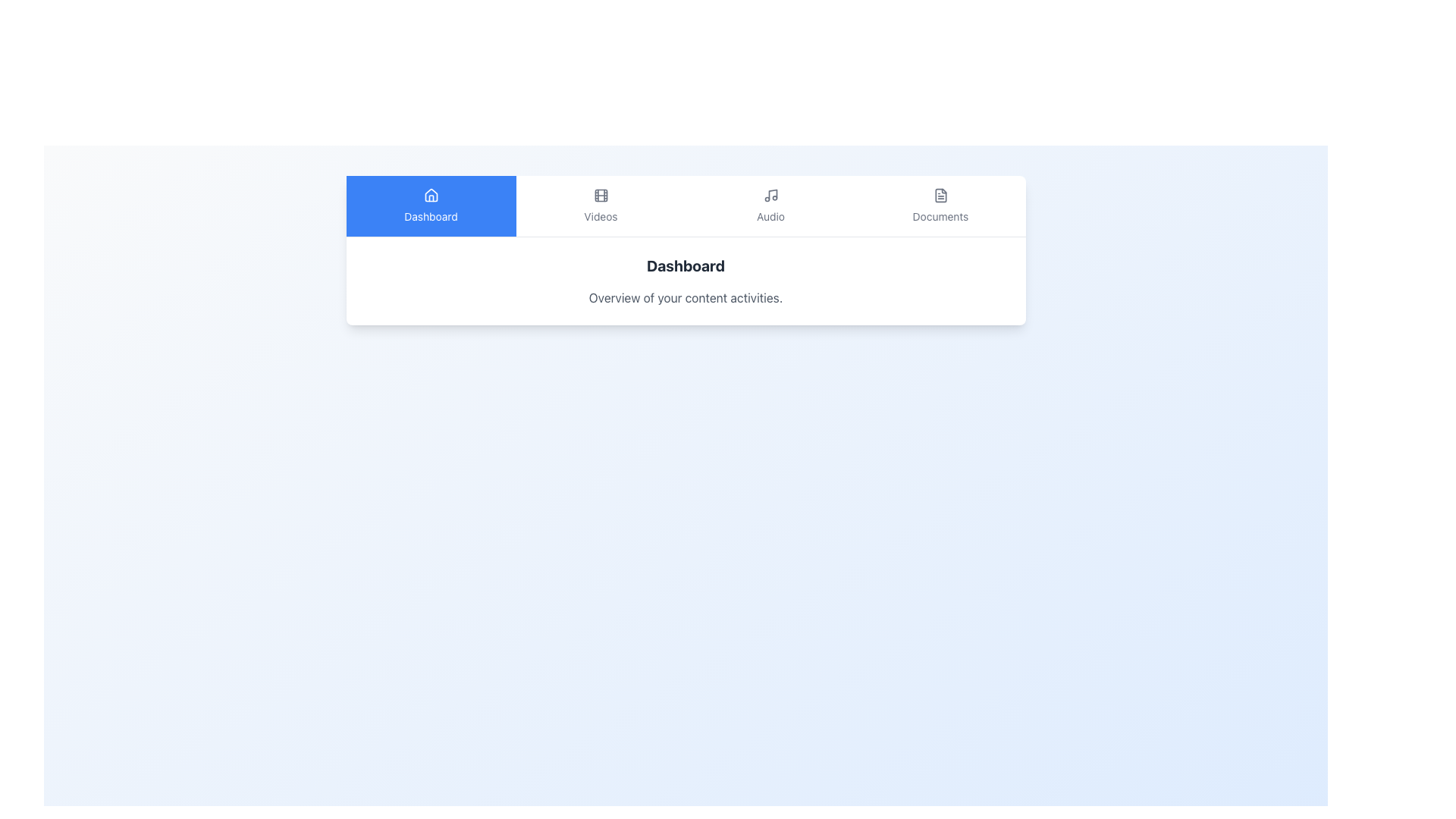  What do you see at coordinates (430, 194) in the screenshot?
I see `the house roof outline icon component within the Dashboard navigation interface` at bounding box center [430, 194].